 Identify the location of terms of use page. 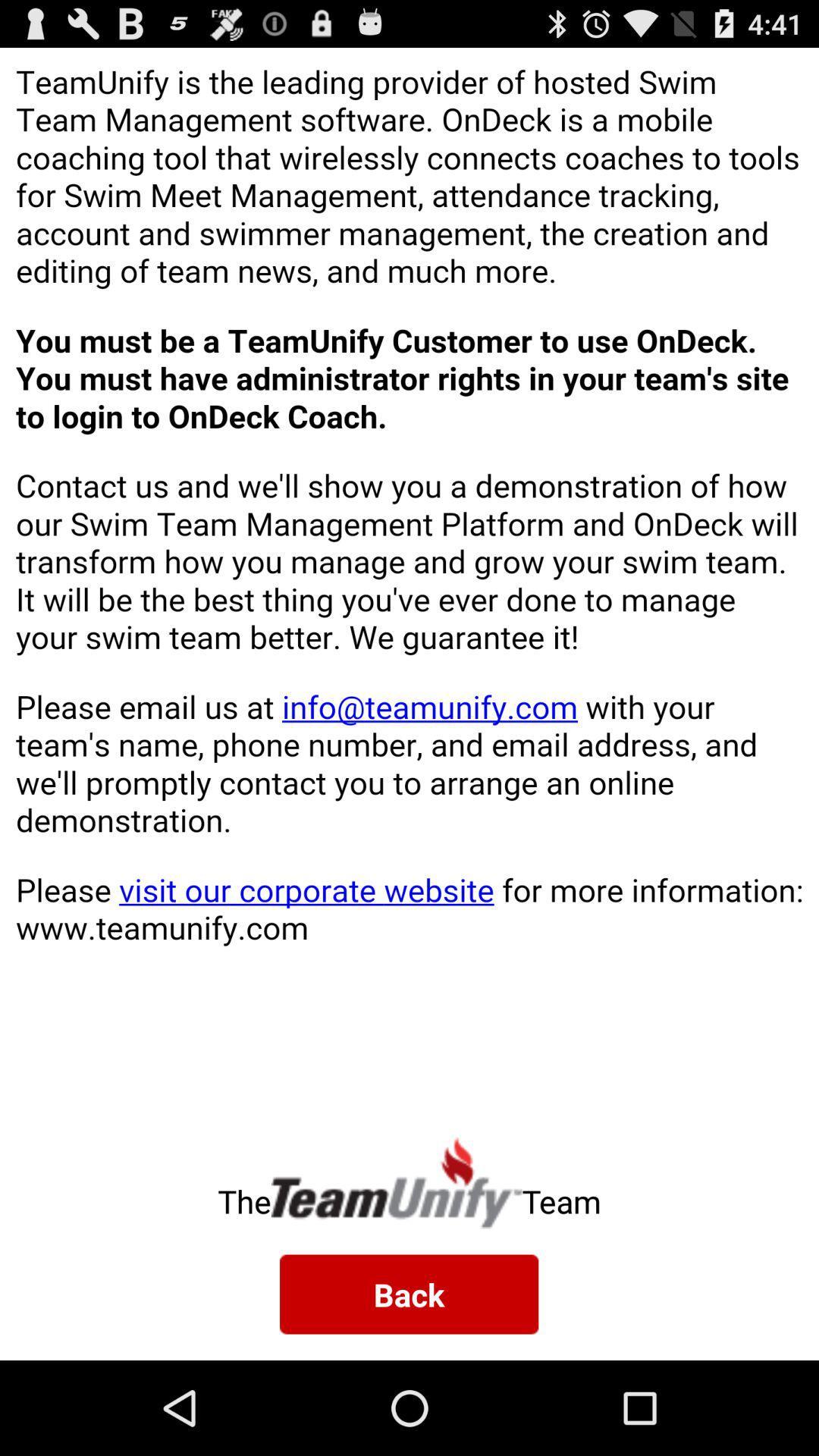
(409, 579).